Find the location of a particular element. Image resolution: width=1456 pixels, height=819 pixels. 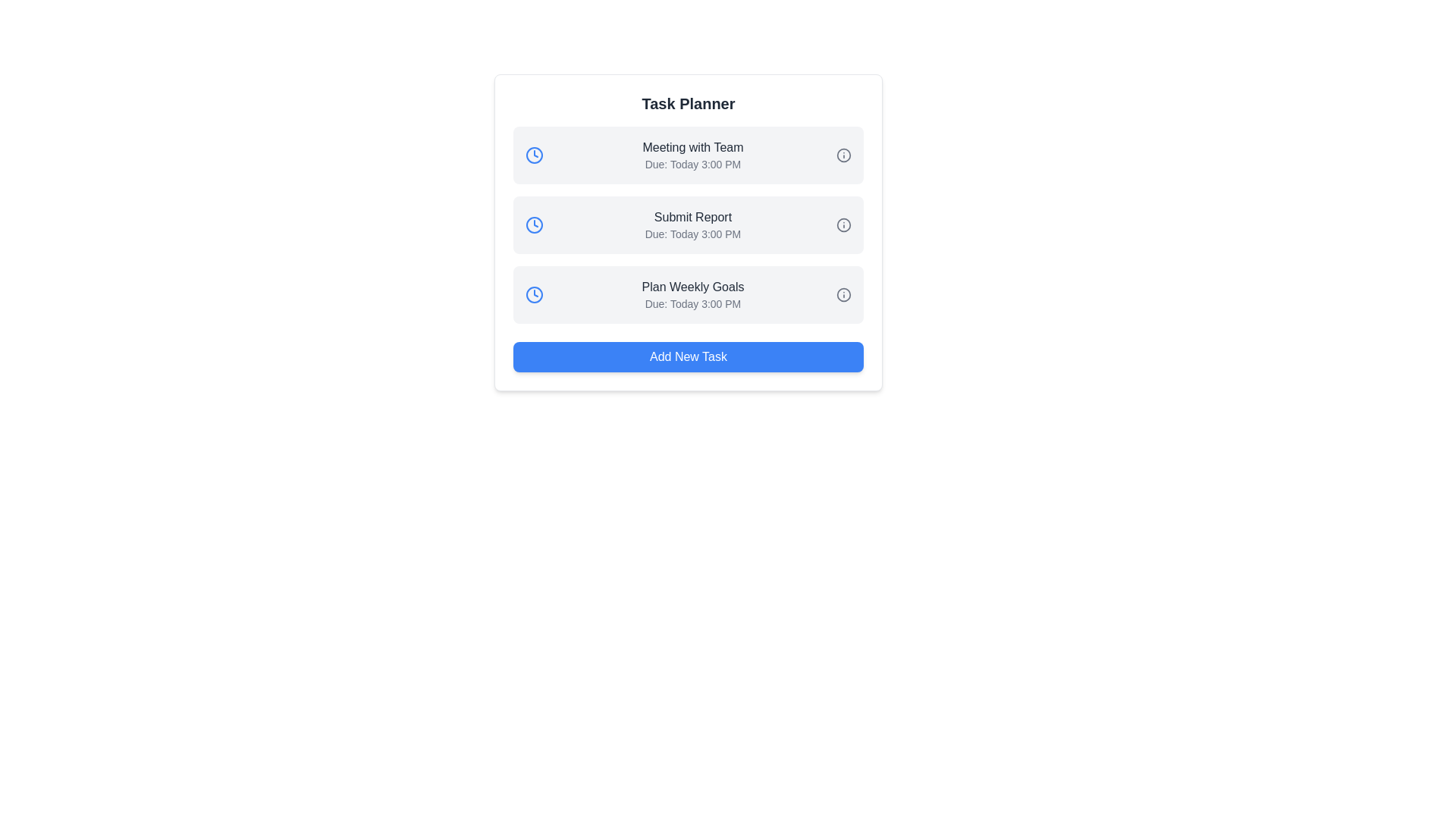

the static text label conveying the due date and time for the task 'Meeting with Team', which is located directly below the task header is located at coordinates (692, 164).